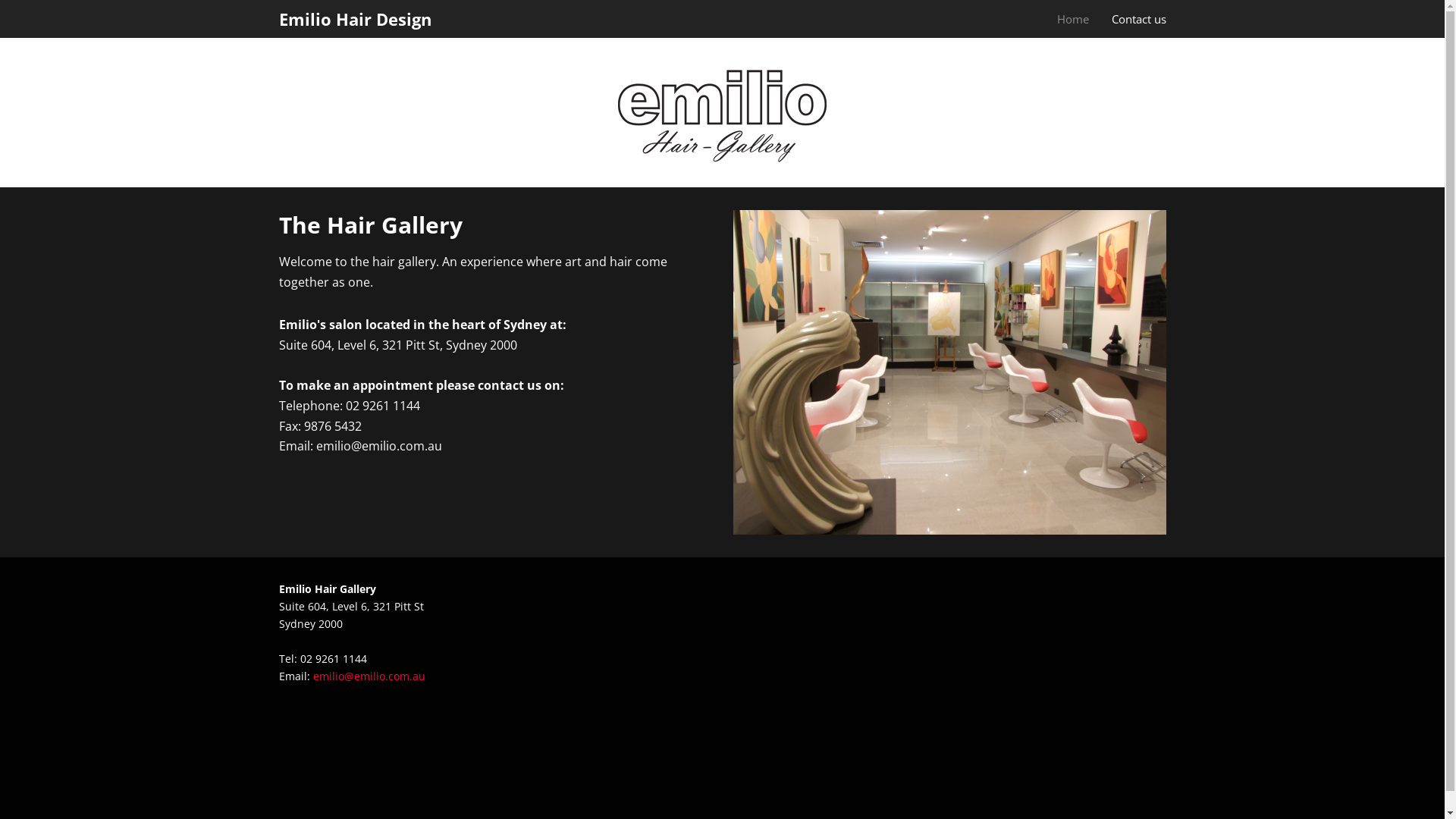  What do you see at coordinates (312, 675) in the screenshot?
I see `'emilio@emilio.com.au'` at bounding box center [312, 675].